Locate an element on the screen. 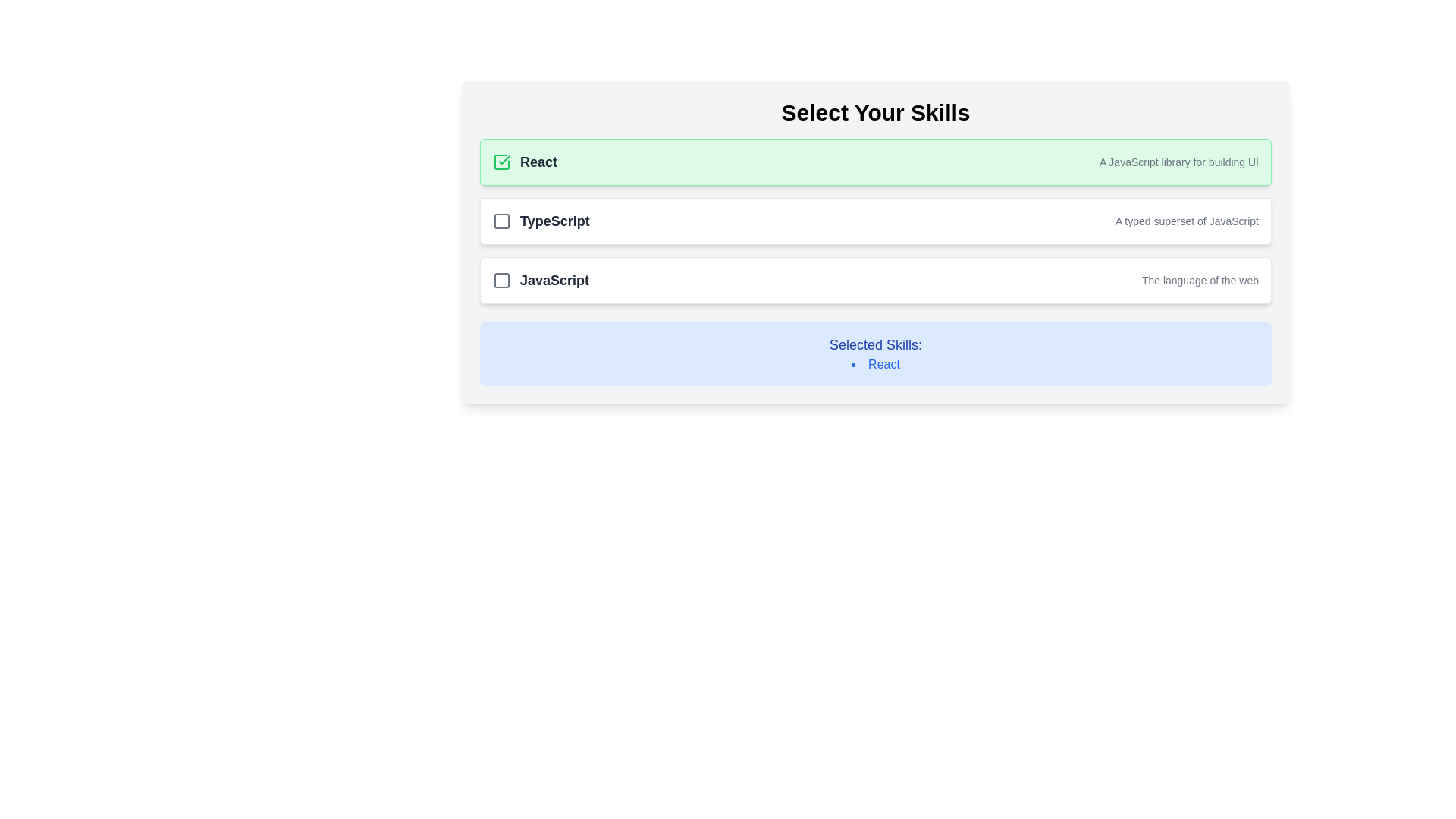 The image size is (1456, 819). the Checkbox icon indicating the selection status of the 'JavaScript' skill for additional effects is located at coordinates (502, 281).